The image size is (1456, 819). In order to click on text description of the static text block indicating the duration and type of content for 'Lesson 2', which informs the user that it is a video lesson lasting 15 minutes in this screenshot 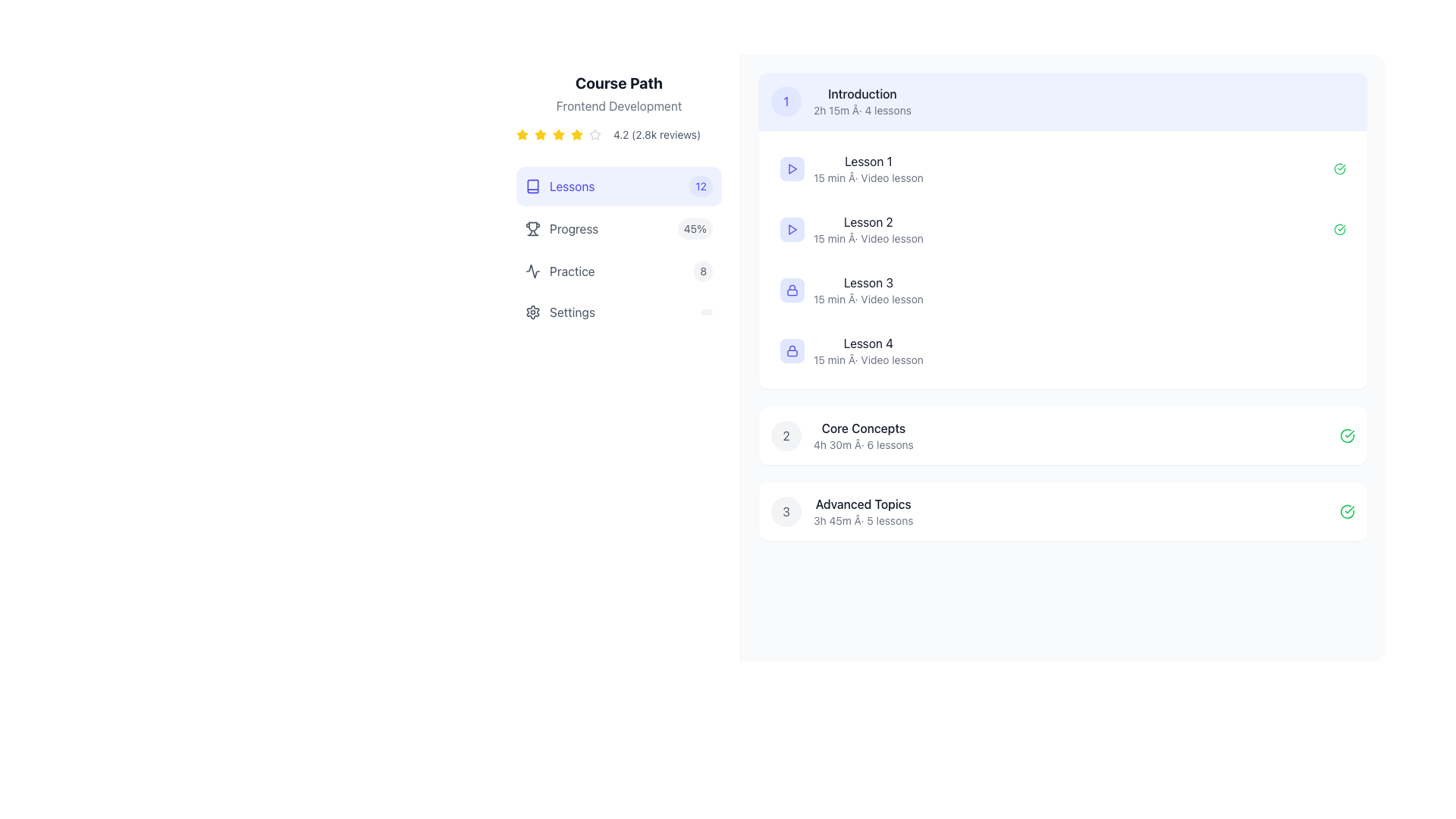, I will do `click(868, 239)`.